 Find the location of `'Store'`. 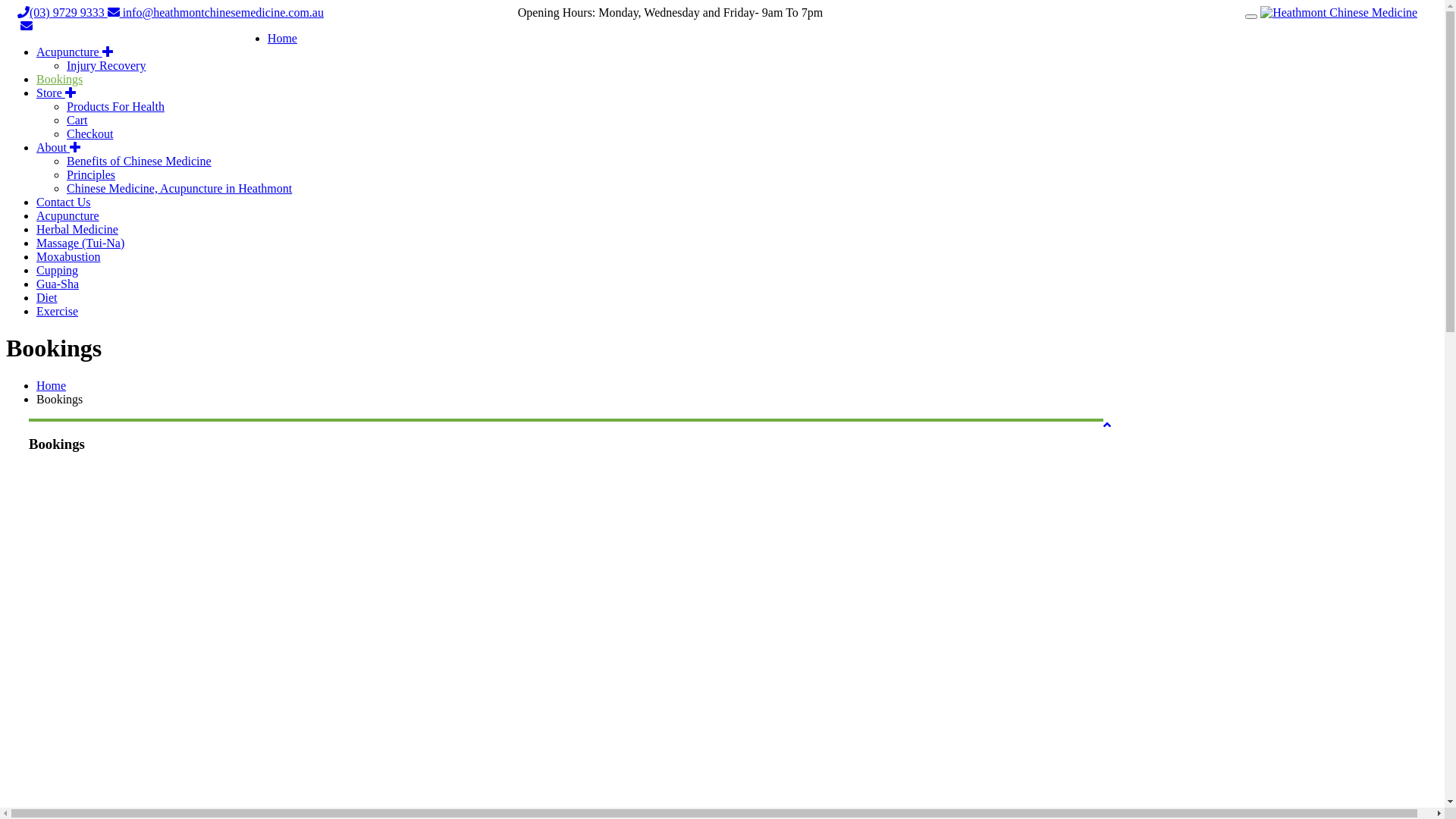

'Store' is located at coordinates (55, 93).